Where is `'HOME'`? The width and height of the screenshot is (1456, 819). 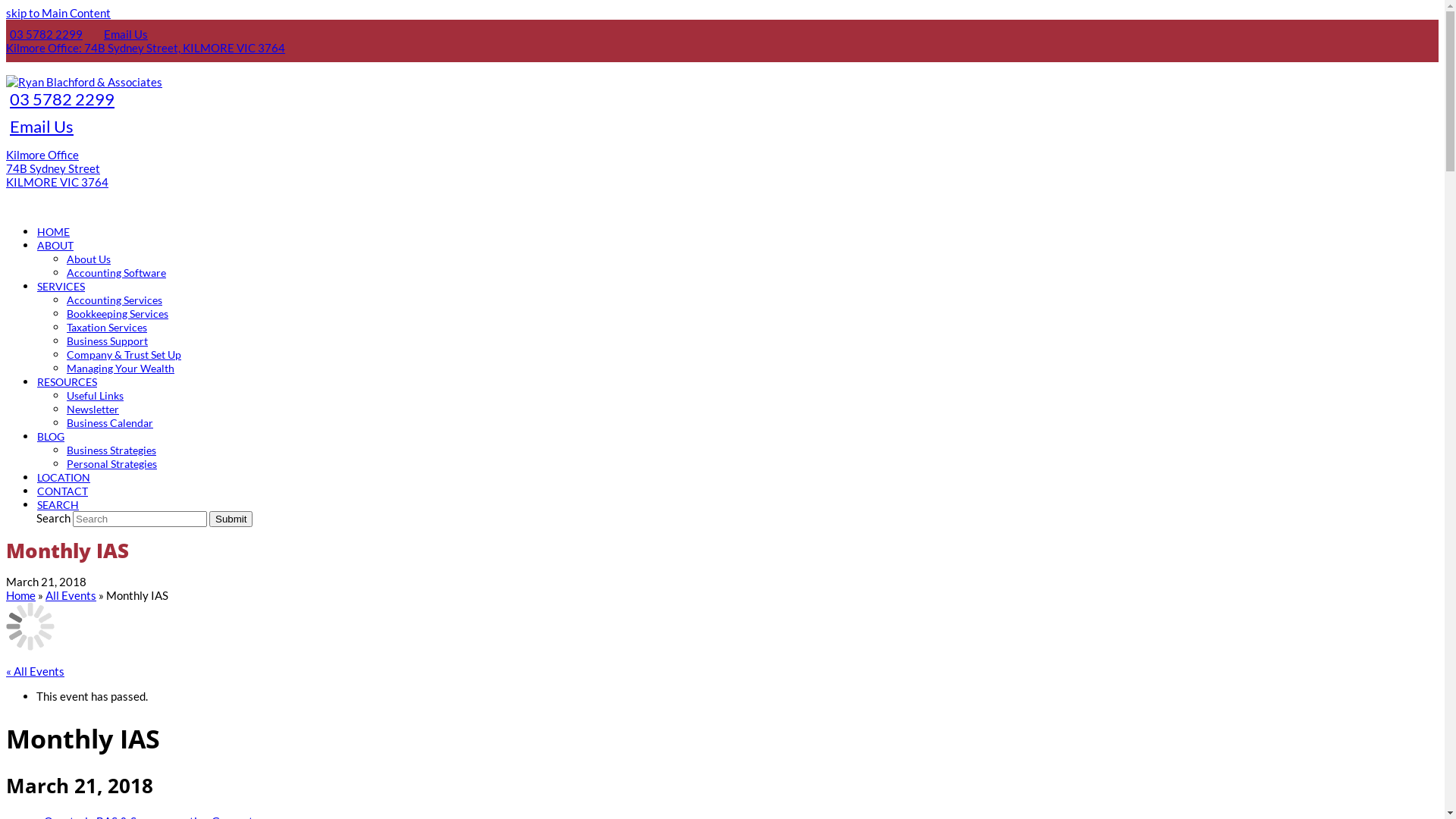
'HOME' is located at coordinates (36, 231).